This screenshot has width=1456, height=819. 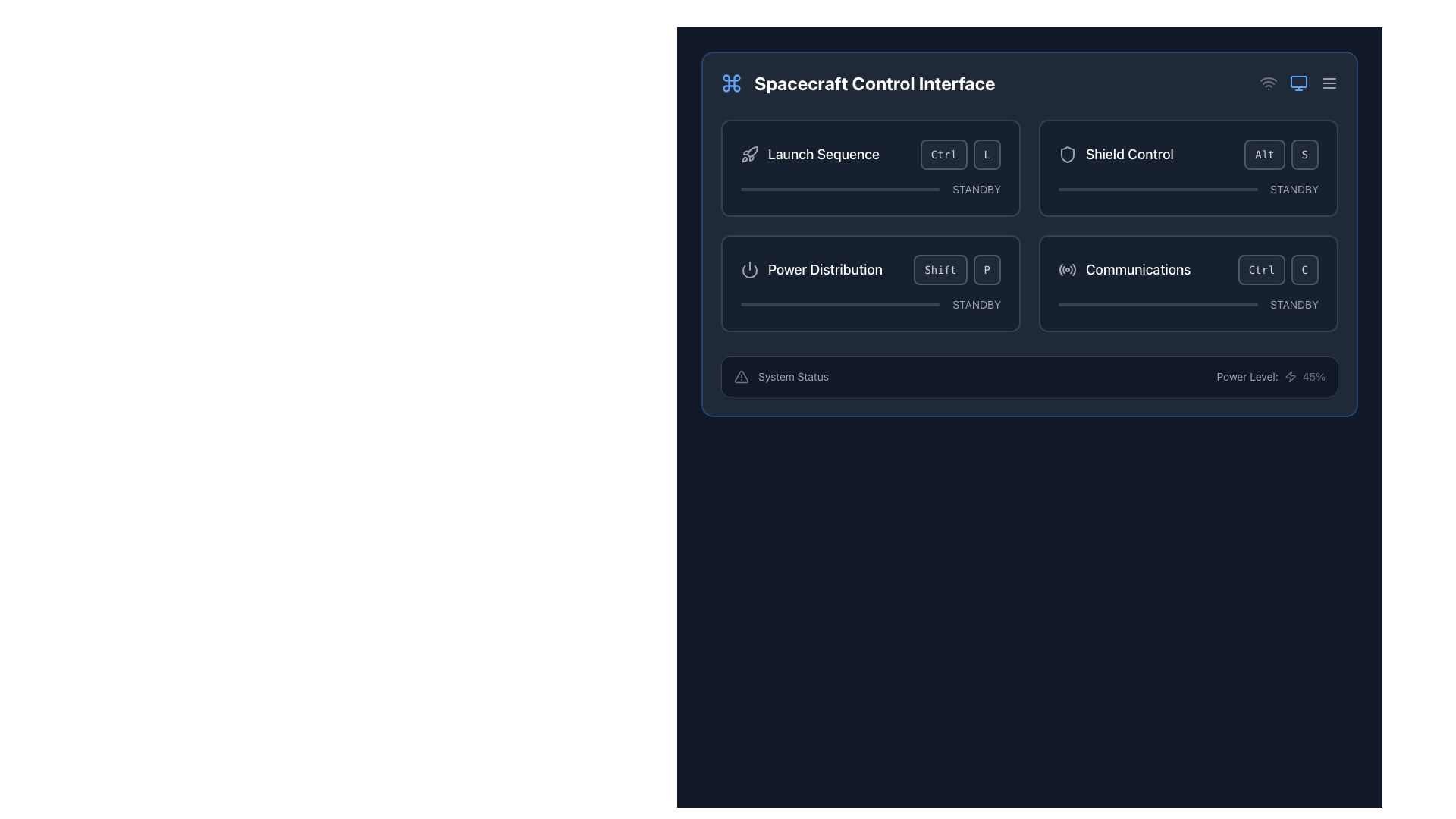 I want to click on the Status indicator or progress bar that currently indicates a 'STANDBY' status, located directly below the 'Launch Sequence' label, so click(x=871, y=189).